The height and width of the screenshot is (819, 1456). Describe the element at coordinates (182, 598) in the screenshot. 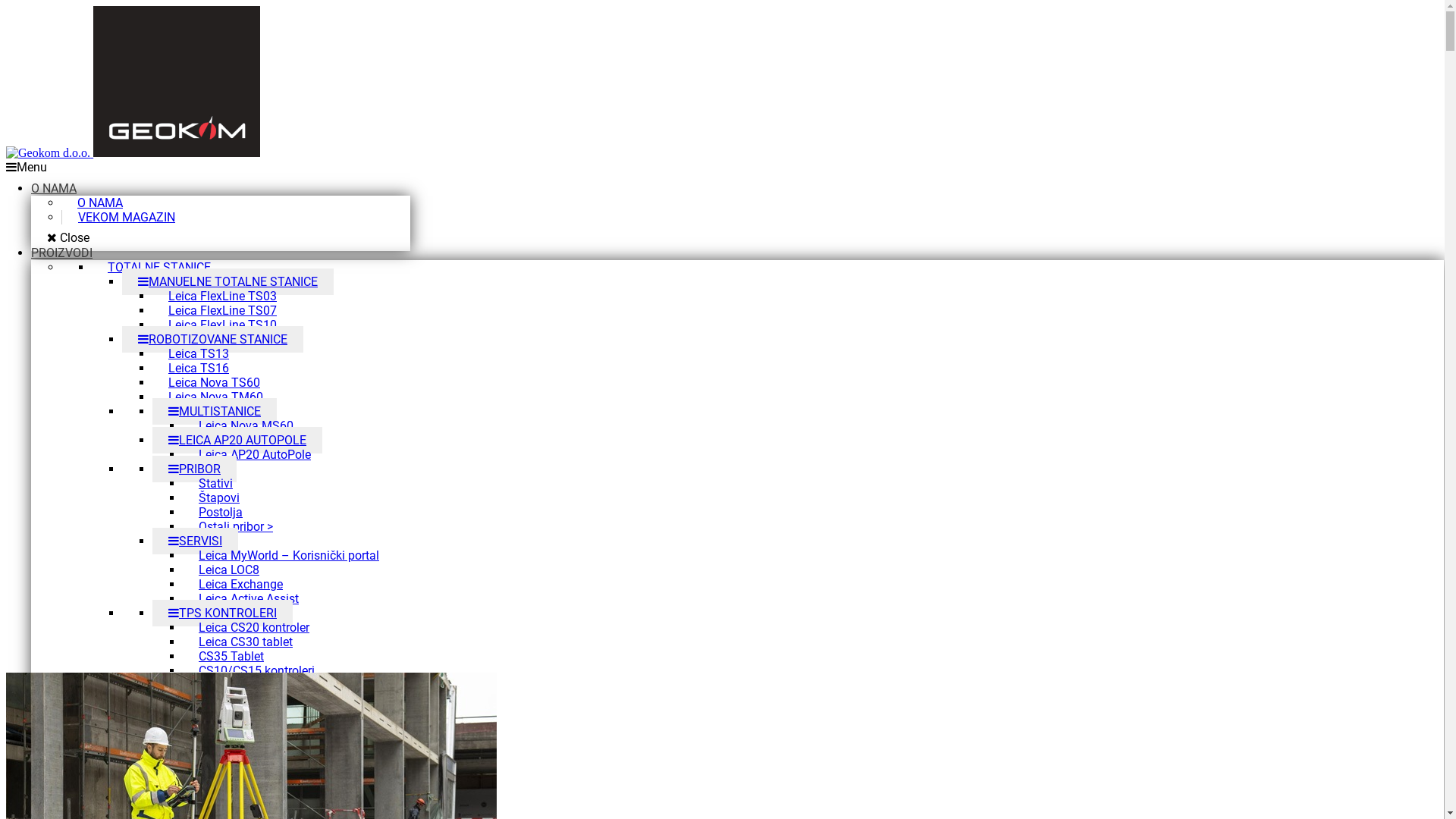

I see `'Leica Active Assist'` at that location.